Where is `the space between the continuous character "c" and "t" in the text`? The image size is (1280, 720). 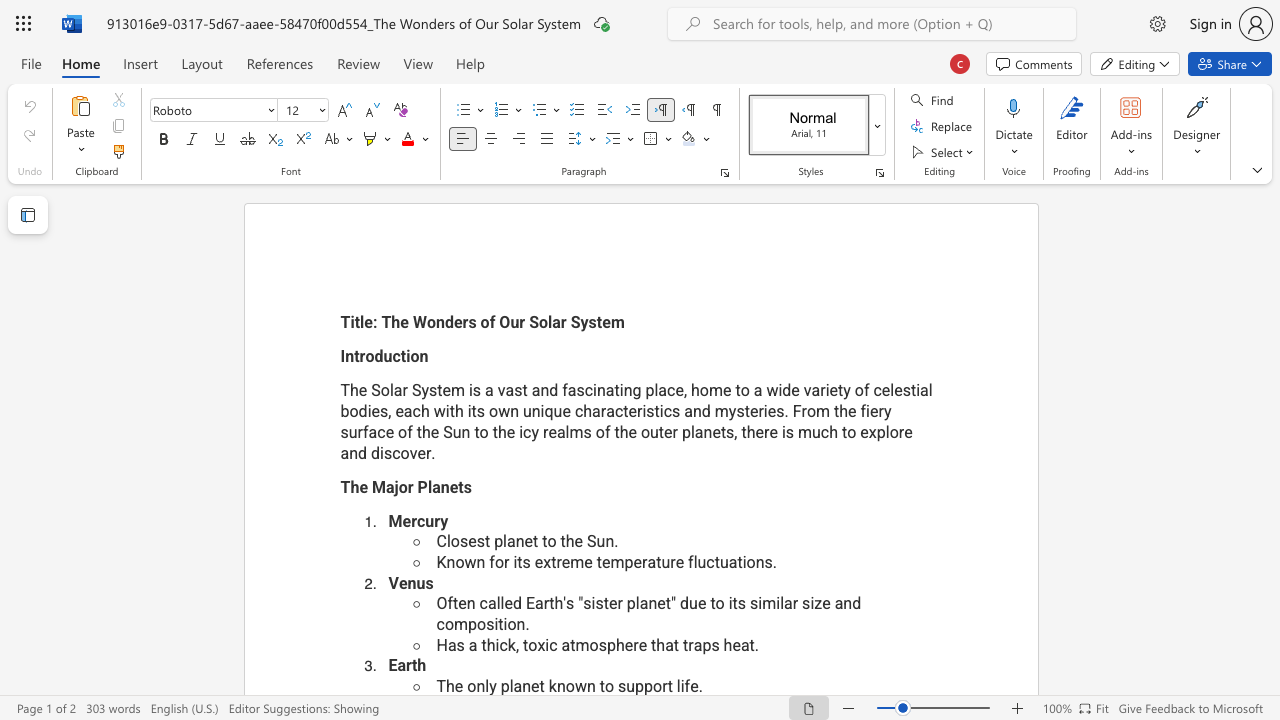 the space between the continuous character "c" and "t" in the text is located at coordinates (713, 562).